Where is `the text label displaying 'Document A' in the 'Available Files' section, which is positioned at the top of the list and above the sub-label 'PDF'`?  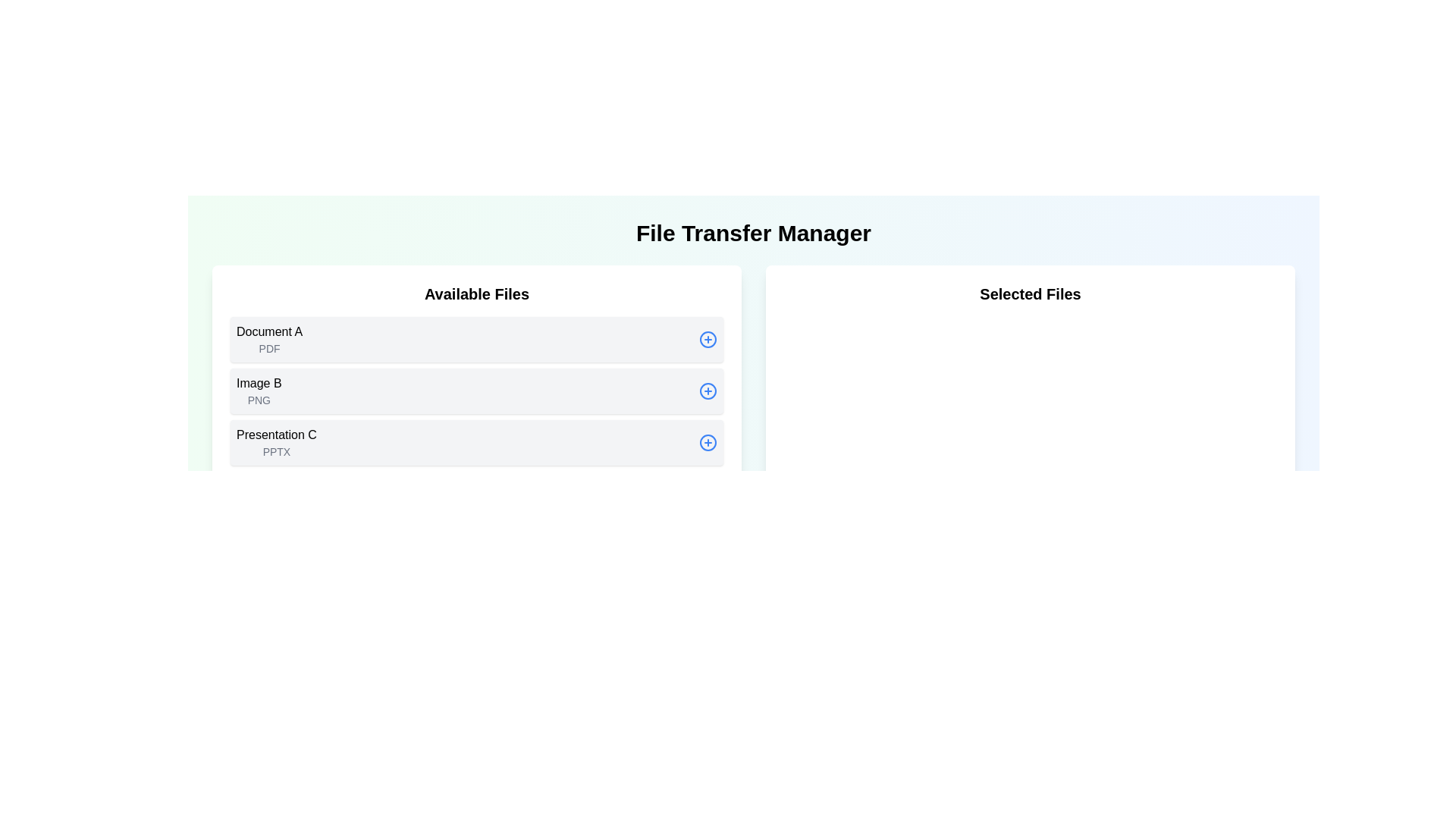 the text label displaying 'Document A' in the 'Available Files' section, which is positioned at the top of the list and above the sub-label 'PDF' is located at coordinates (269, 331).